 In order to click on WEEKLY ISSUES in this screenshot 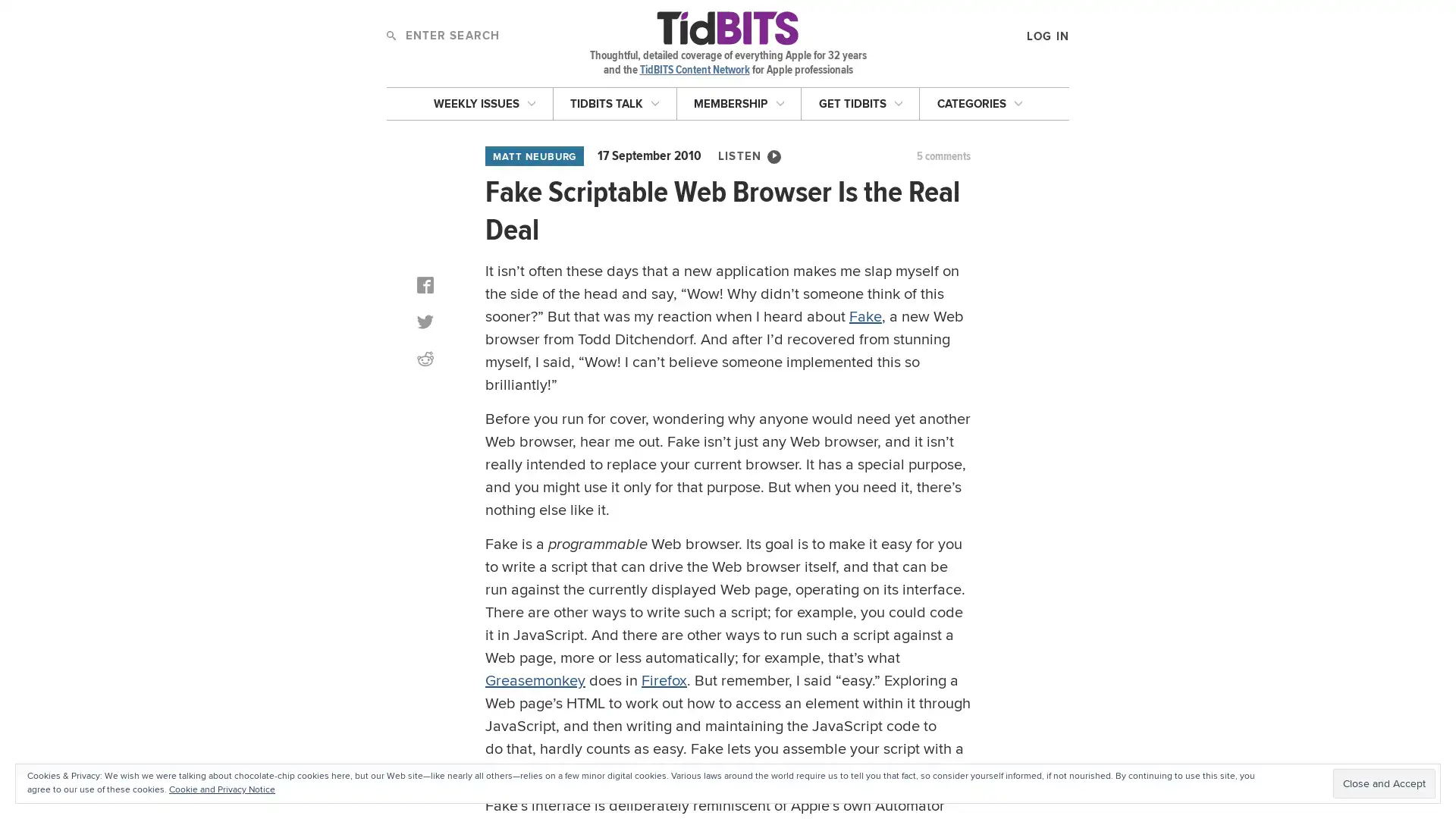, I will do `click(483, 102)`.